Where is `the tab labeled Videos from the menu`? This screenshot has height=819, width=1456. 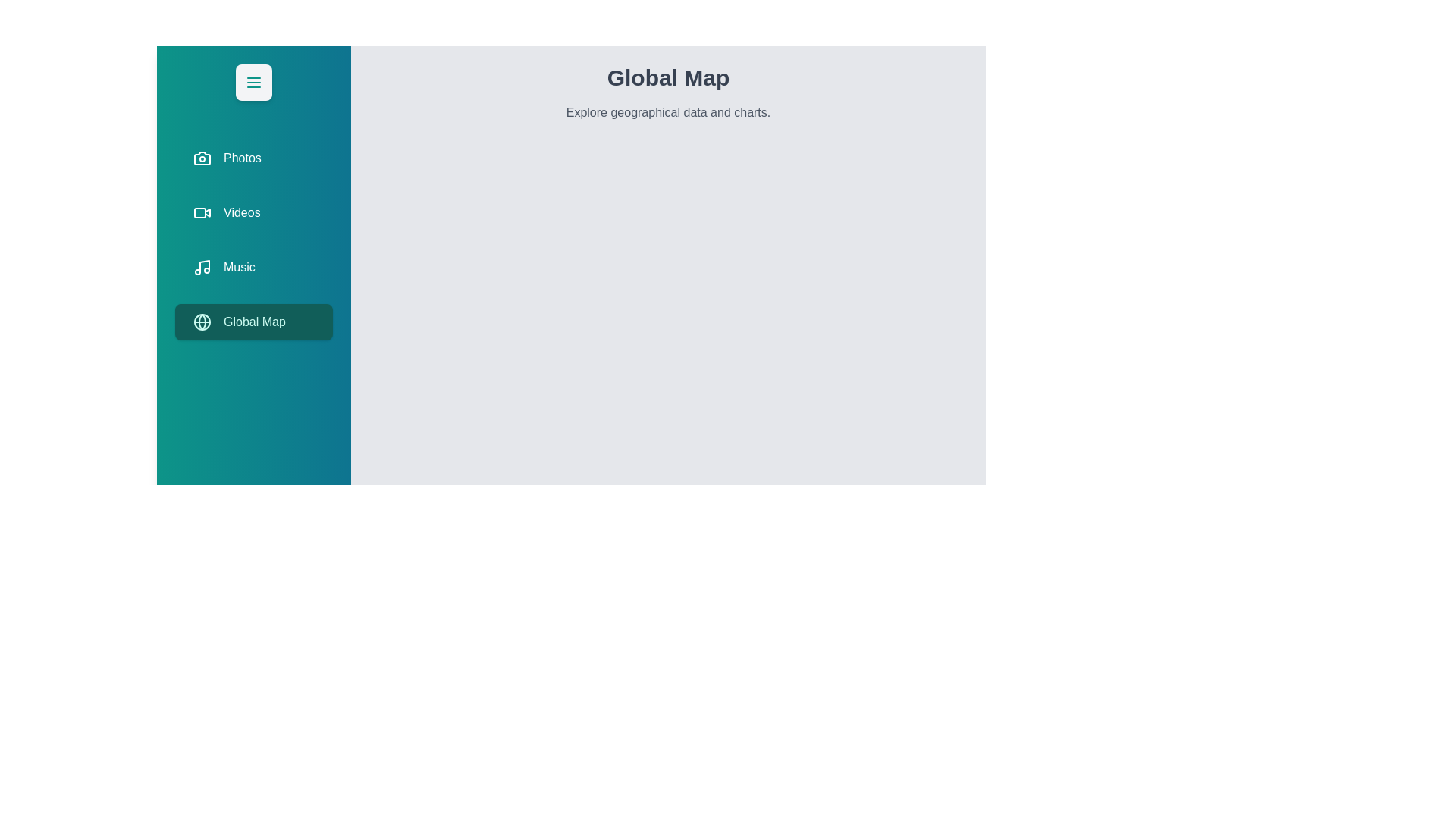 the tab labeled Videos from the menu is located at coordinates (254, 213).